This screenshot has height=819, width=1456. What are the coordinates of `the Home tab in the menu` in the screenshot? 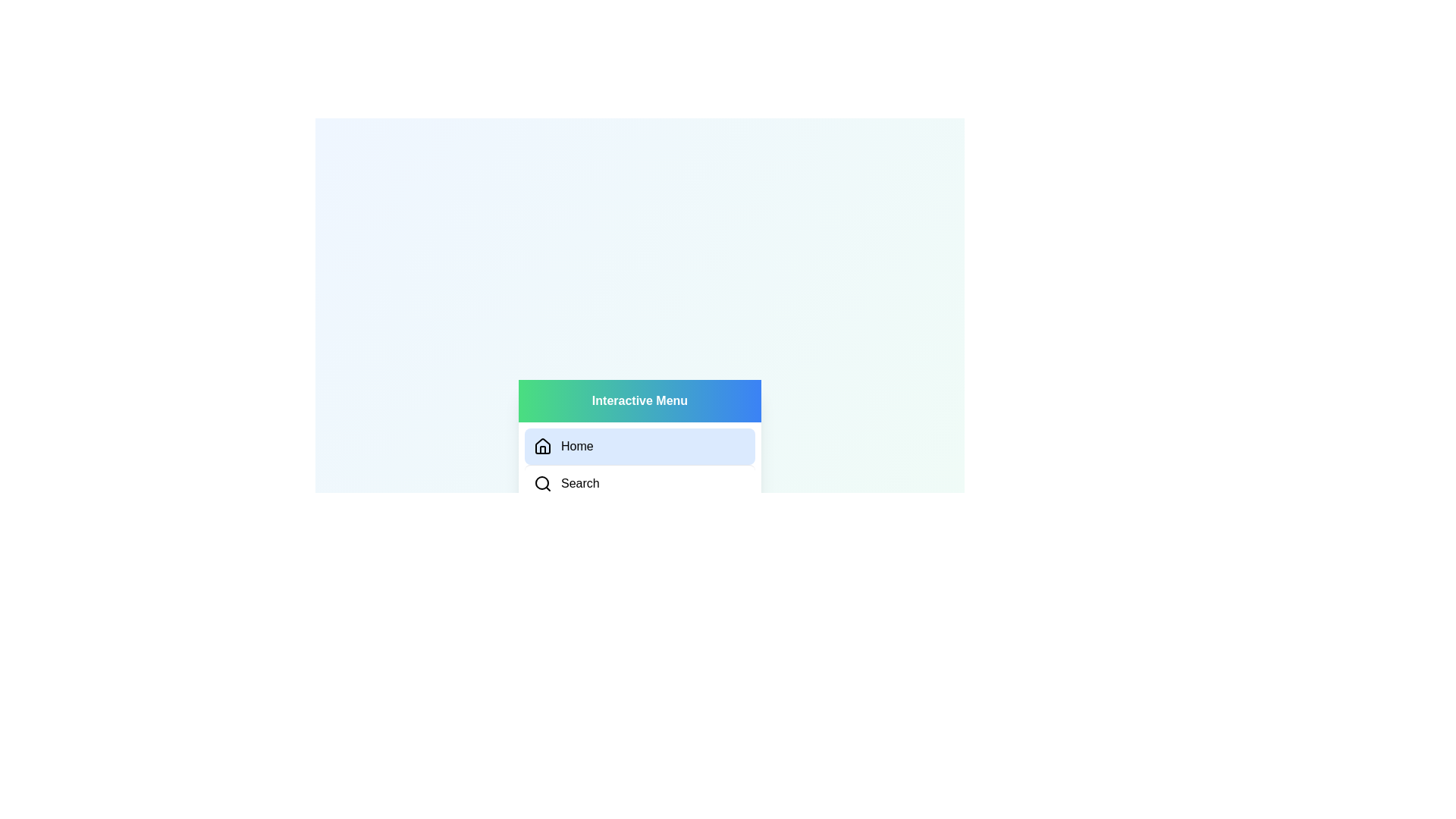 It's located at (640, 446).